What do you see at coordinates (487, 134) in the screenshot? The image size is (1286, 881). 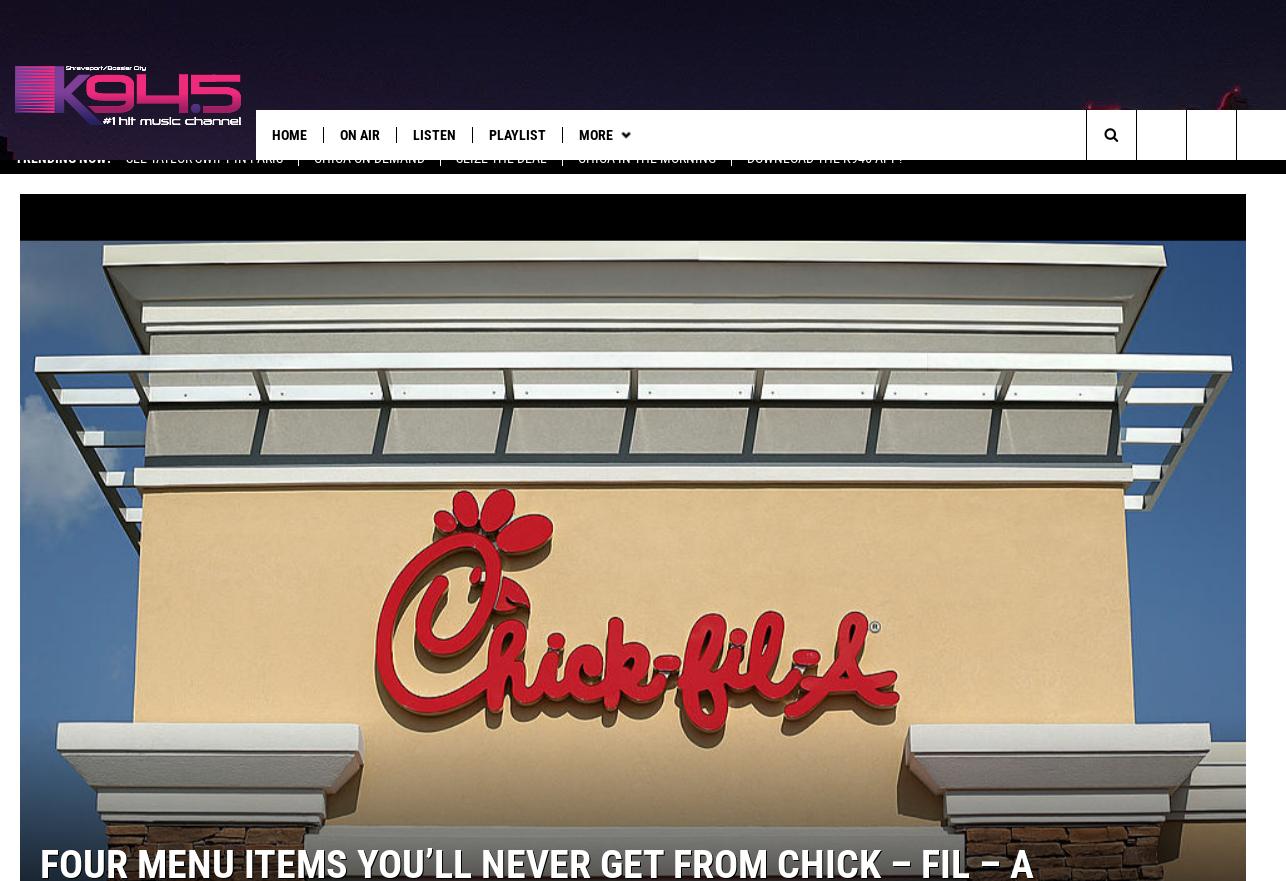 I see `'Playlist'` at bounding box center [487, 134].